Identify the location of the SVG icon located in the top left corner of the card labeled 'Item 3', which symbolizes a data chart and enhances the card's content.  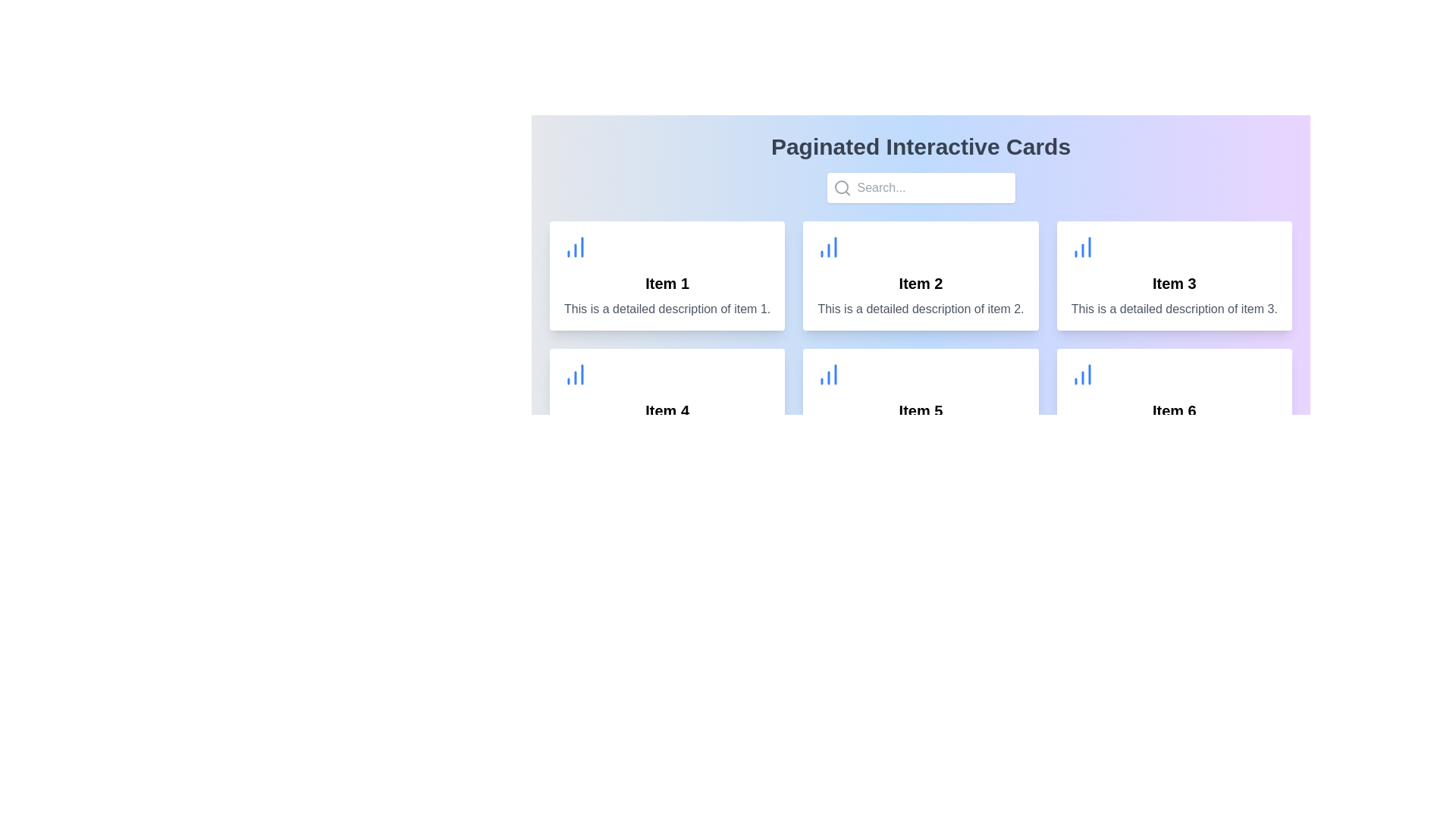
(1081, 246).